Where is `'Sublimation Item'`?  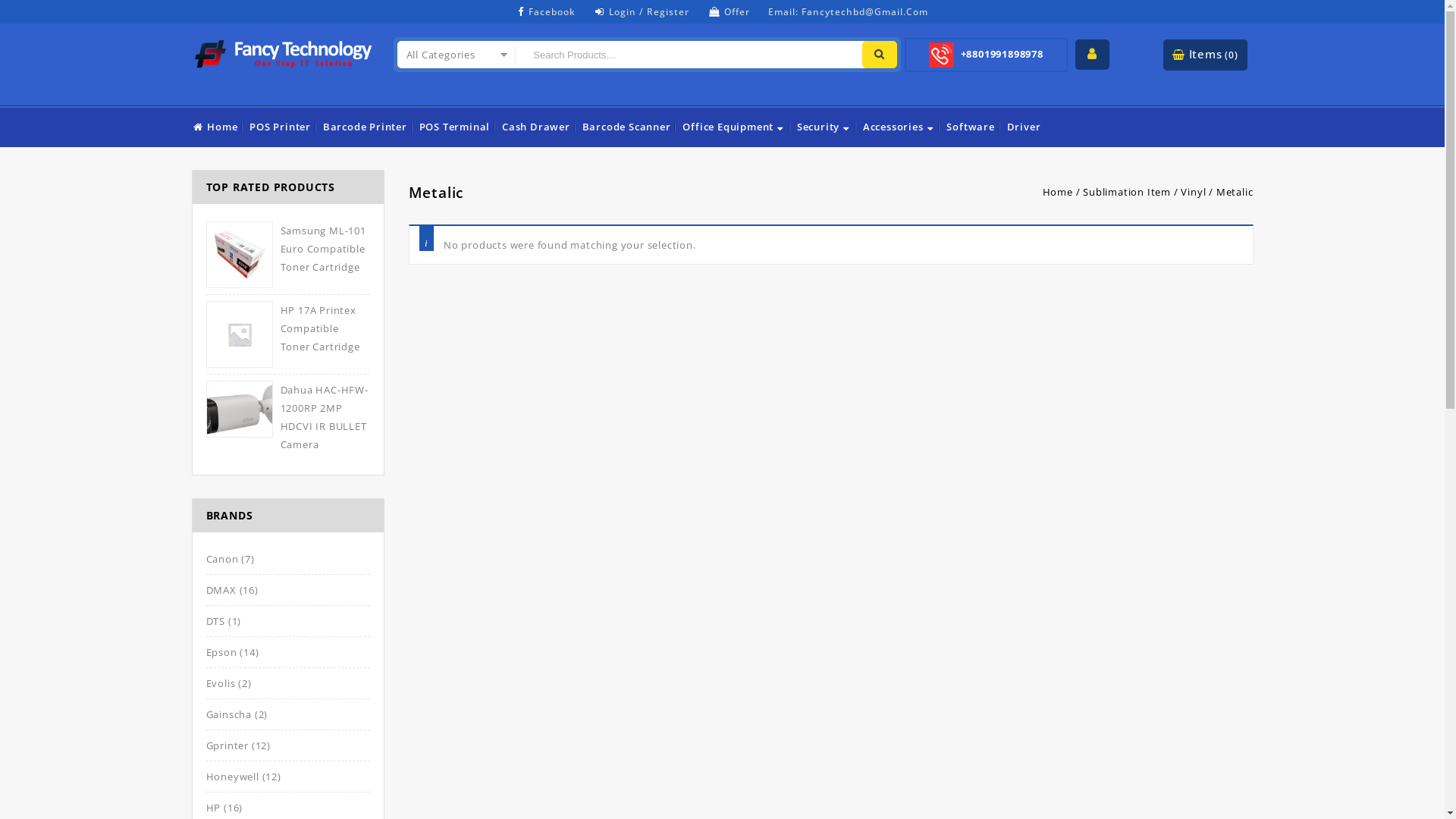
'Sublimation Item' is located at coordinates (1127, 191).